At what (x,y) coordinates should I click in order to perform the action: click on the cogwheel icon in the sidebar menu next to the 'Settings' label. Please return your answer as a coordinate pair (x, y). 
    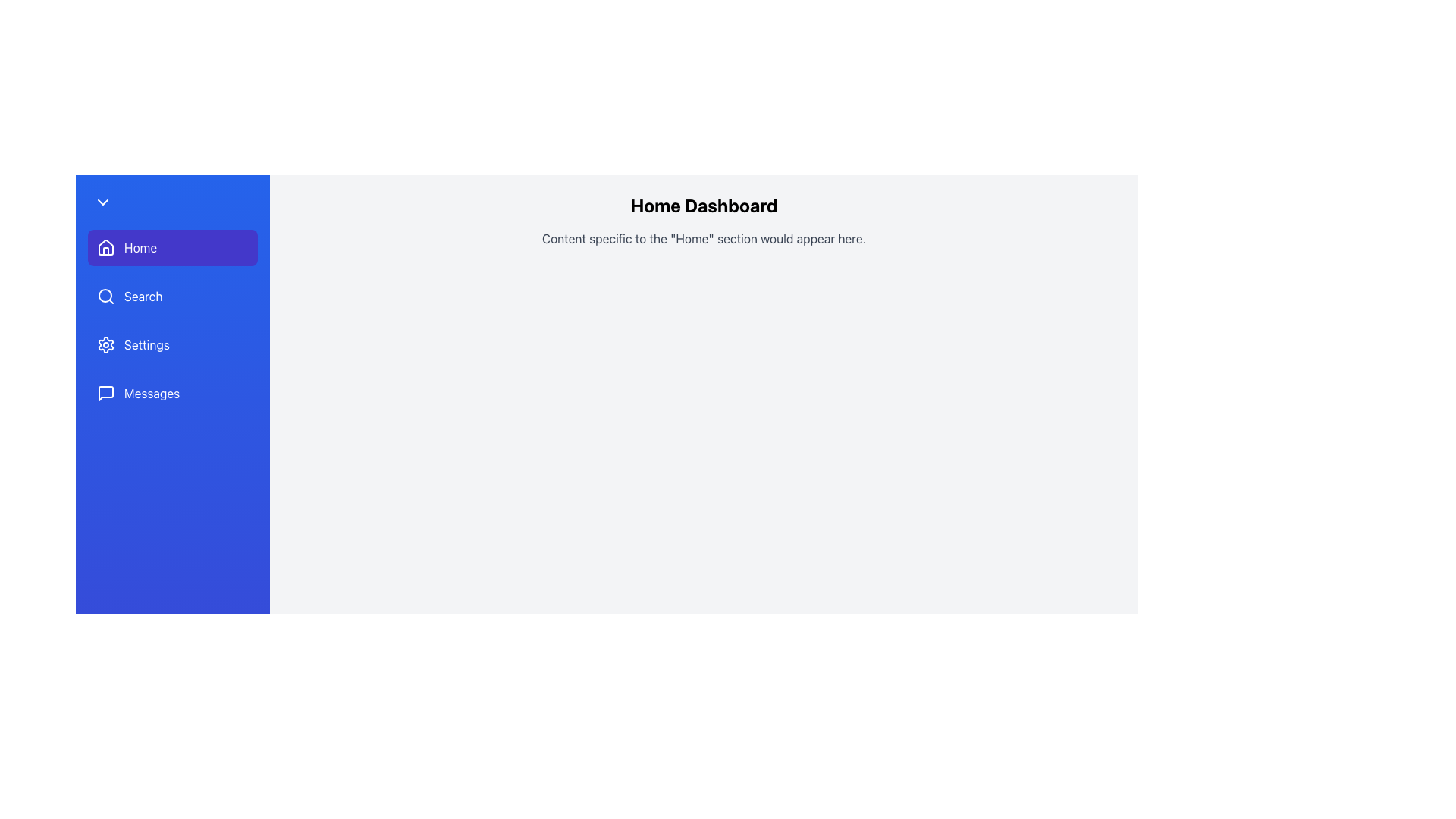
    Looking at the image, I should click on (105, 345).